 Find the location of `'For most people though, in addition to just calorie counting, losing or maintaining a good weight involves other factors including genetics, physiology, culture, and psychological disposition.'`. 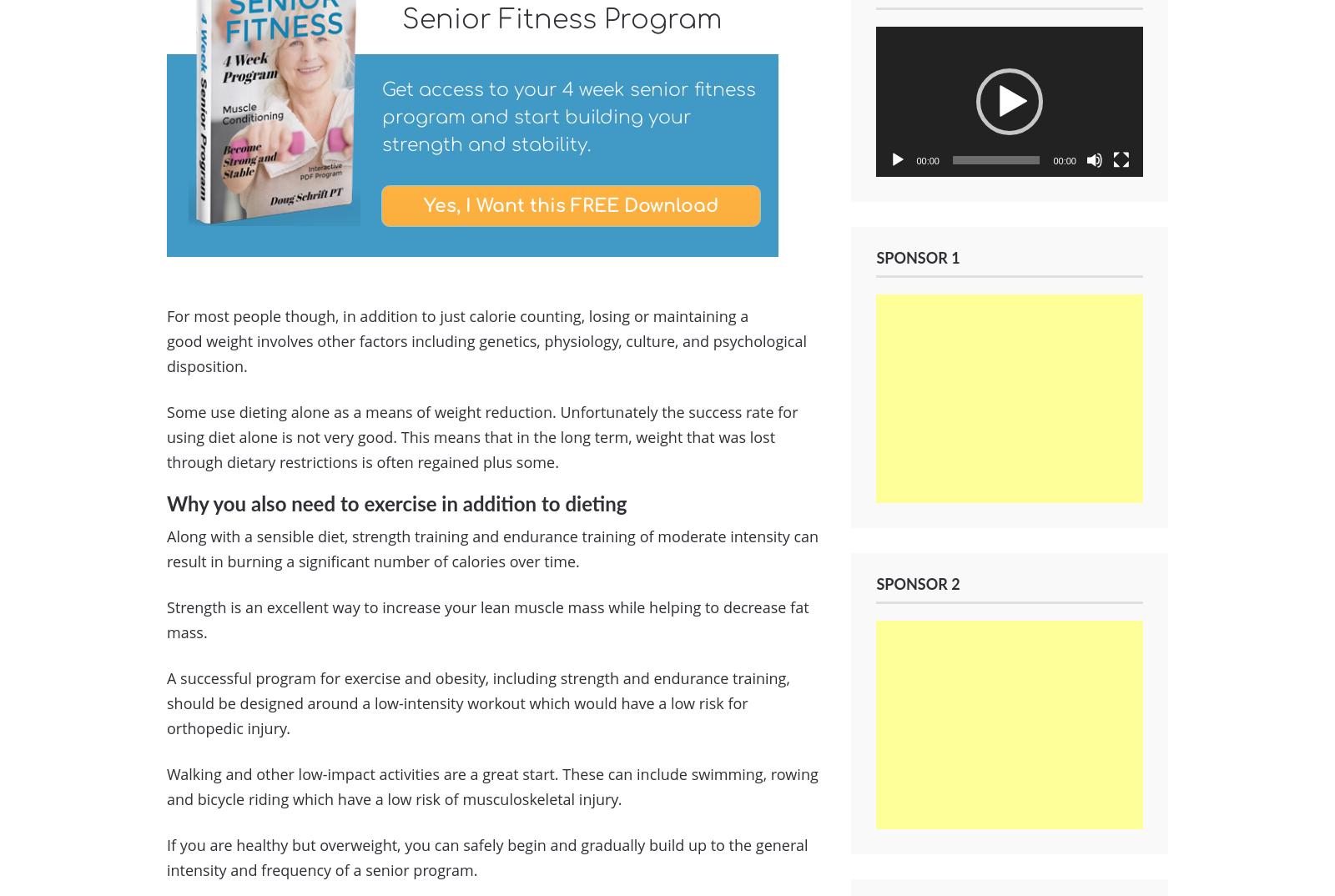

'For most people though, in addition to just calorie counting, losing or maintaining a good weight involves other factors including genetics, physiology, culture, and psychological disposition.' is located at coordinates (166, 340).